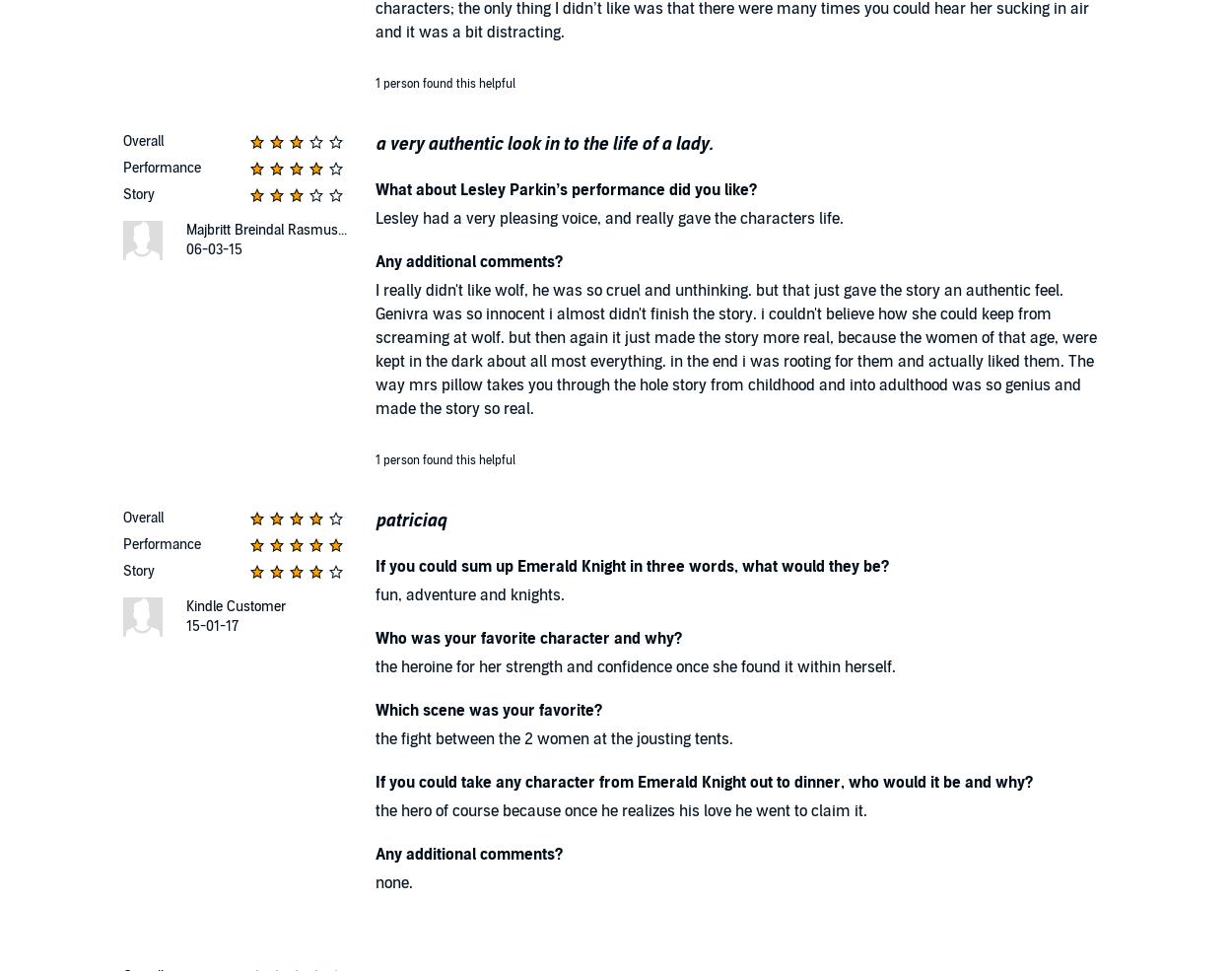 This screenshot has height=971, width=1232. Describe the element at coordinates (235, 605) in the screenshot. I see `'Kindle Customer'` at that location.